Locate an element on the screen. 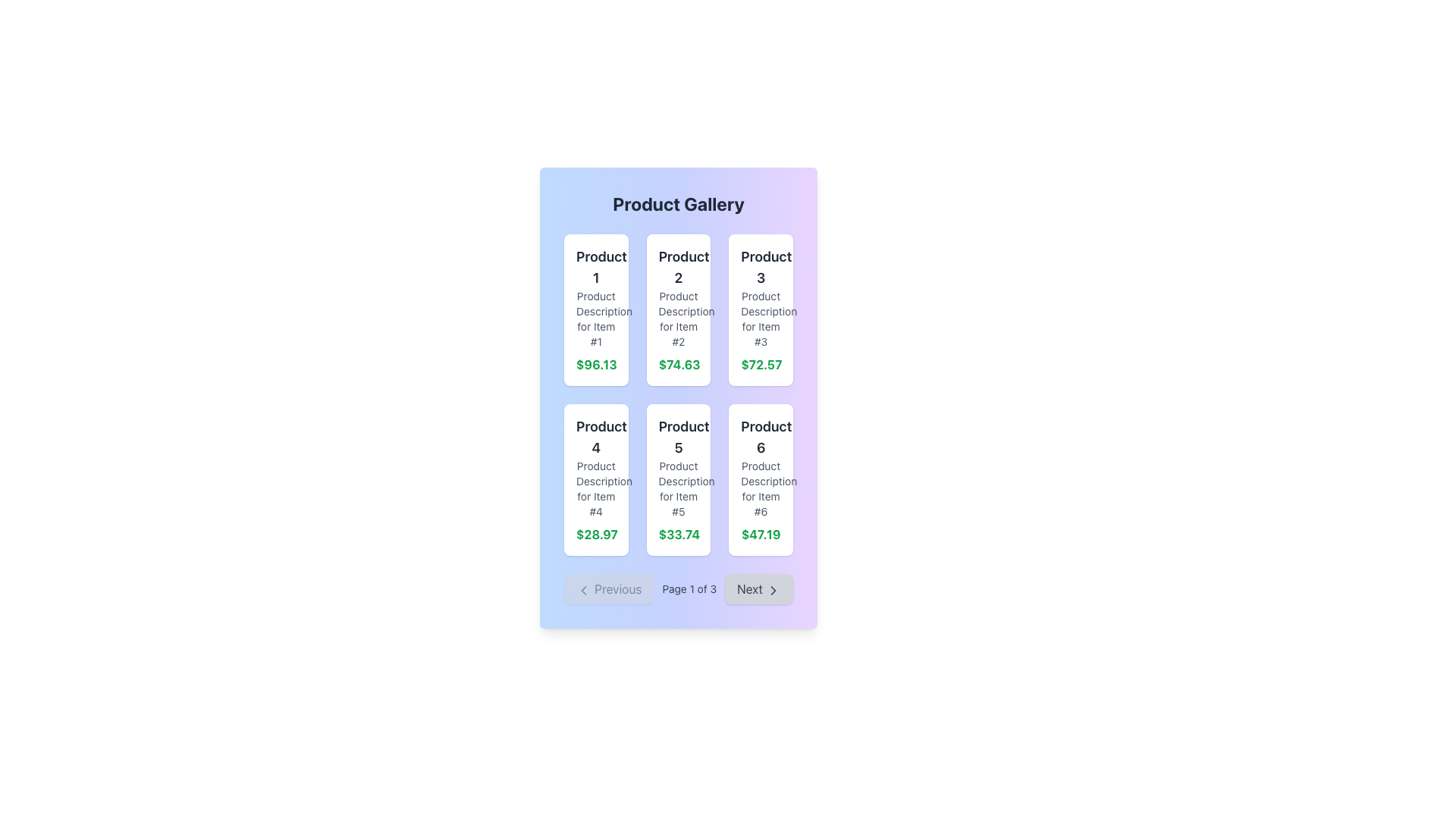 This screenshot has height=819, width=1456. the product card displaying the name, description, and price, which is the second item in the first row of a grid layout is located at coordinates (677, 309).